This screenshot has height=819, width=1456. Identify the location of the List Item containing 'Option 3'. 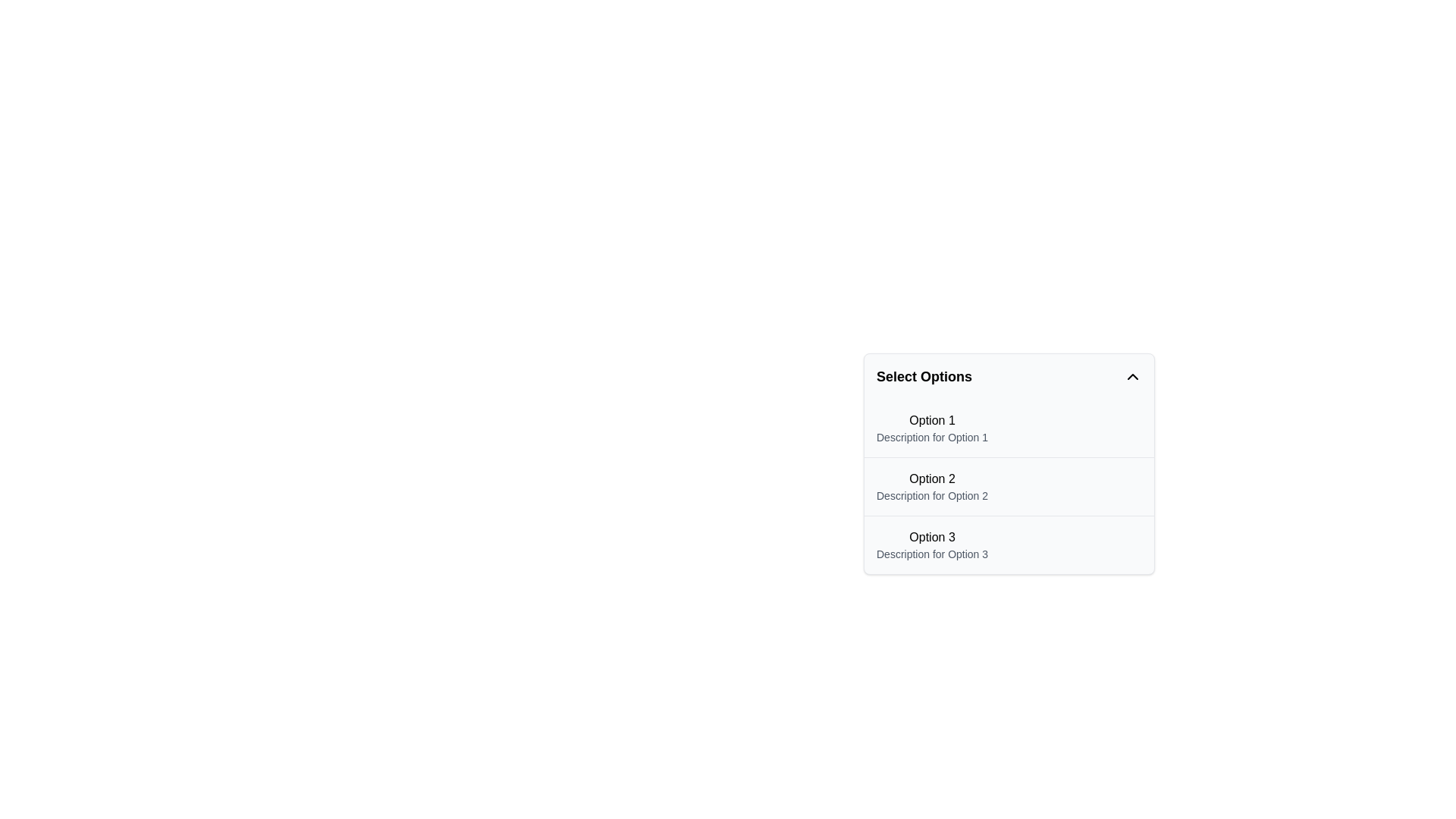
(1009, 544).